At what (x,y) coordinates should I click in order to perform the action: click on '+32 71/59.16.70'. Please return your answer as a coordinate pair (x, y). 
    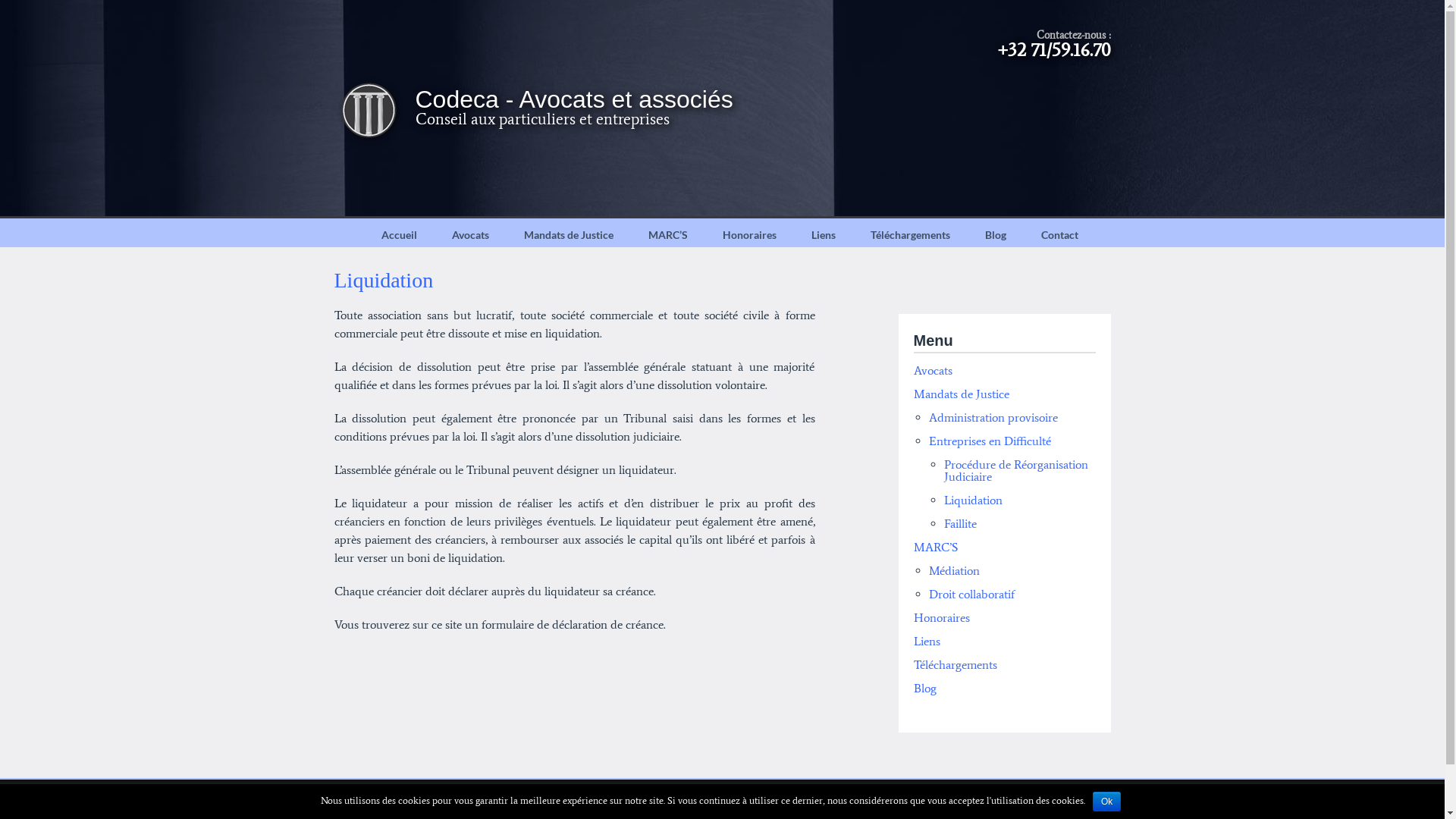
    Looking at the image, I should click on (1053, 49).